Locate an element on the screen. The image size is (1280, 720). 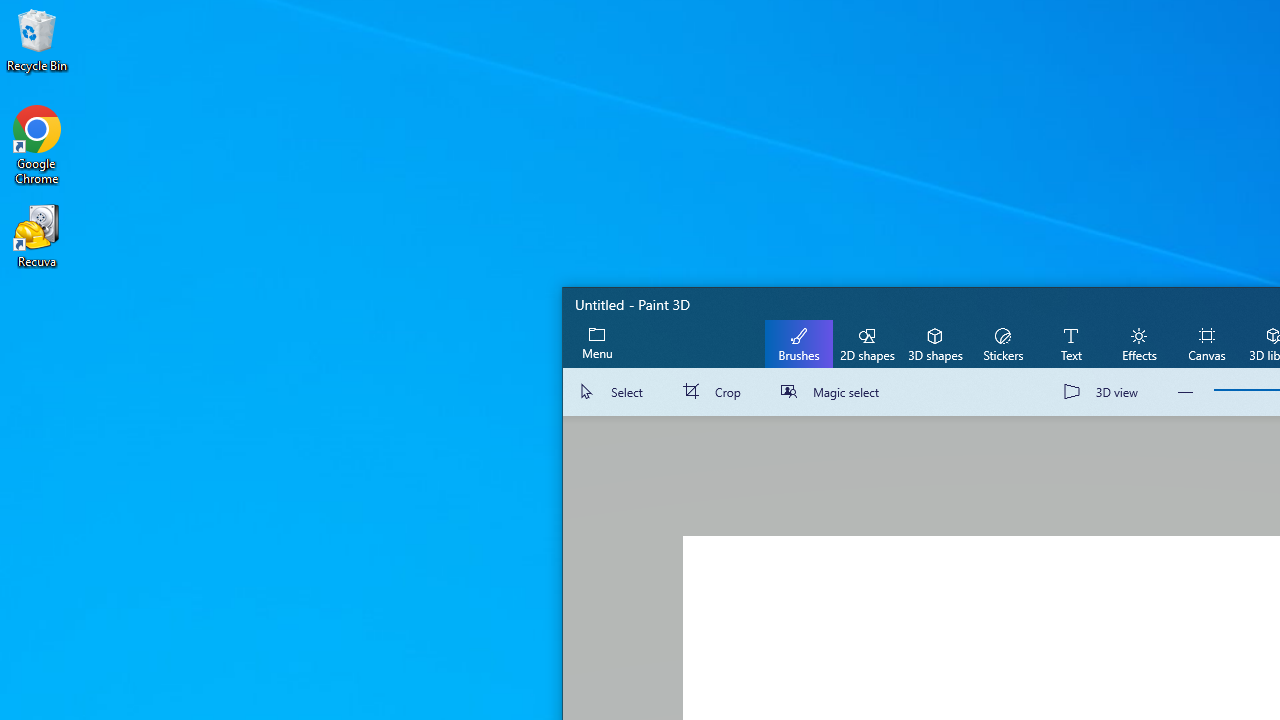
'Crop' is located at coordinates (716, 392).